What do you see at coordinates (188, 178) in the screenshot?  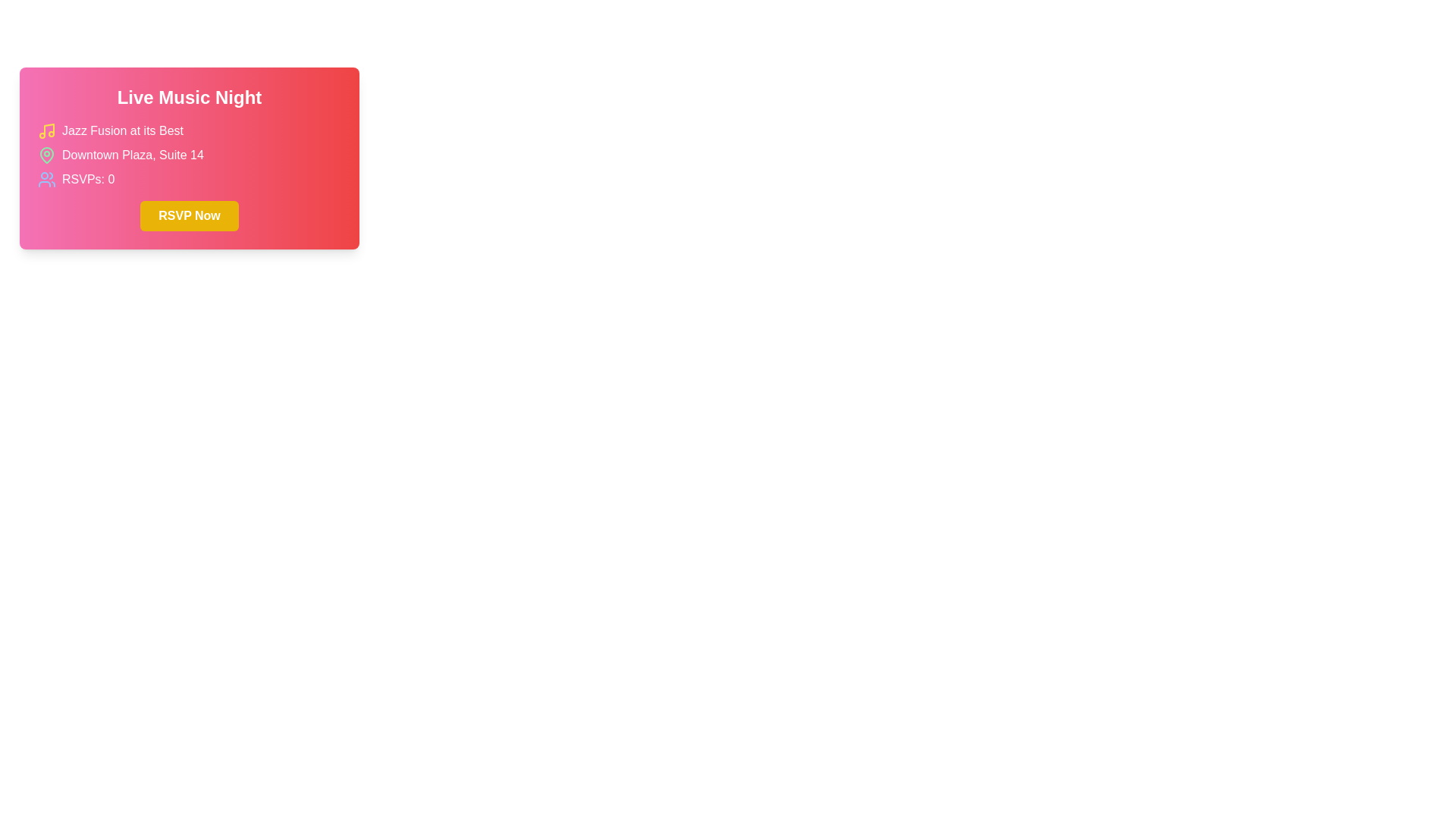 I see `the Text Label with Icon displaying 'RSVPs: 0' which has a pink to red gradient background and an icon of multiple users on the left` at bounding box center [188, 178].